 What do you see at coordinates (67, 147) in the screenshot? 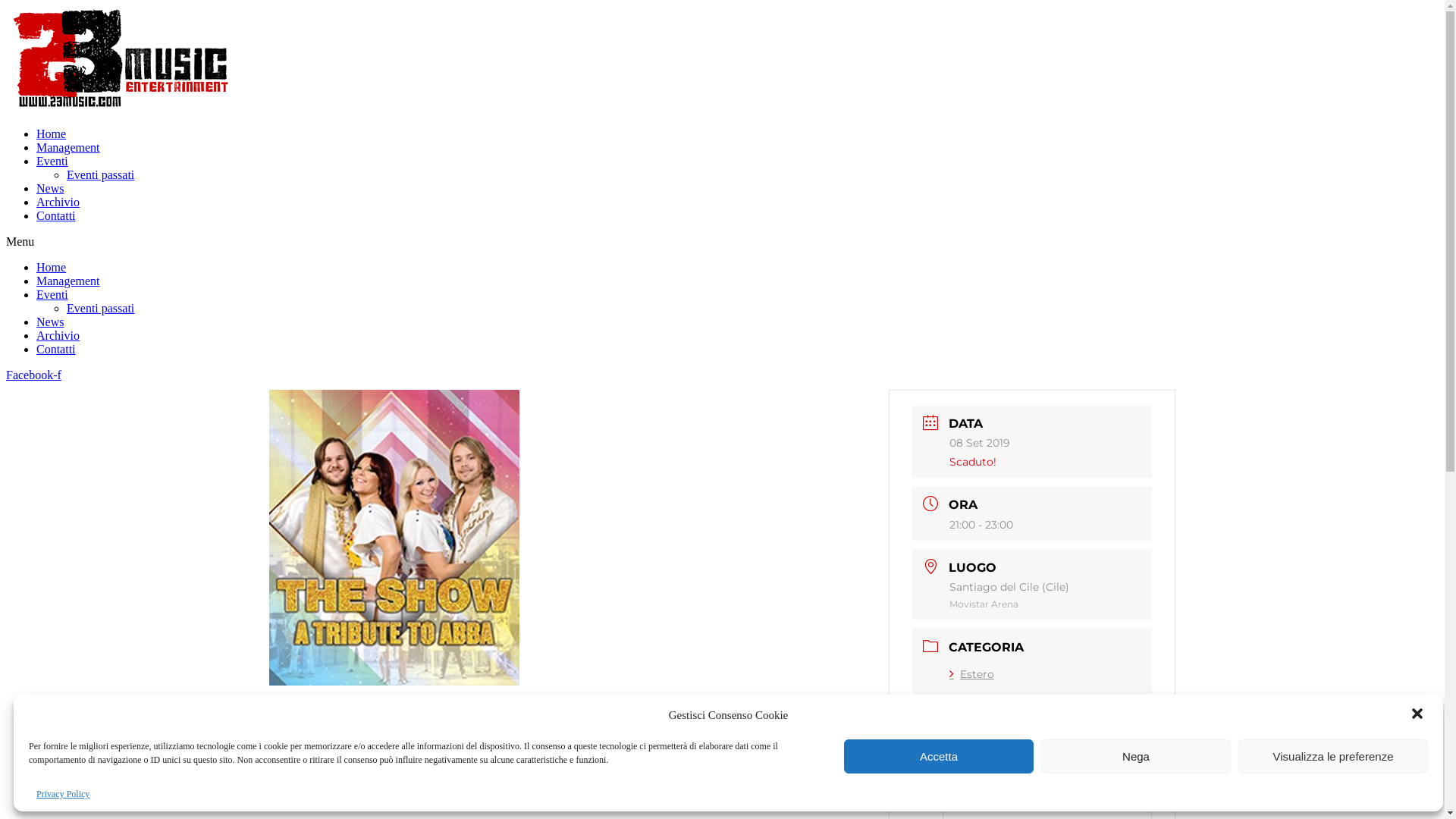
I see `'Management'` at bounding box center [67, 147].